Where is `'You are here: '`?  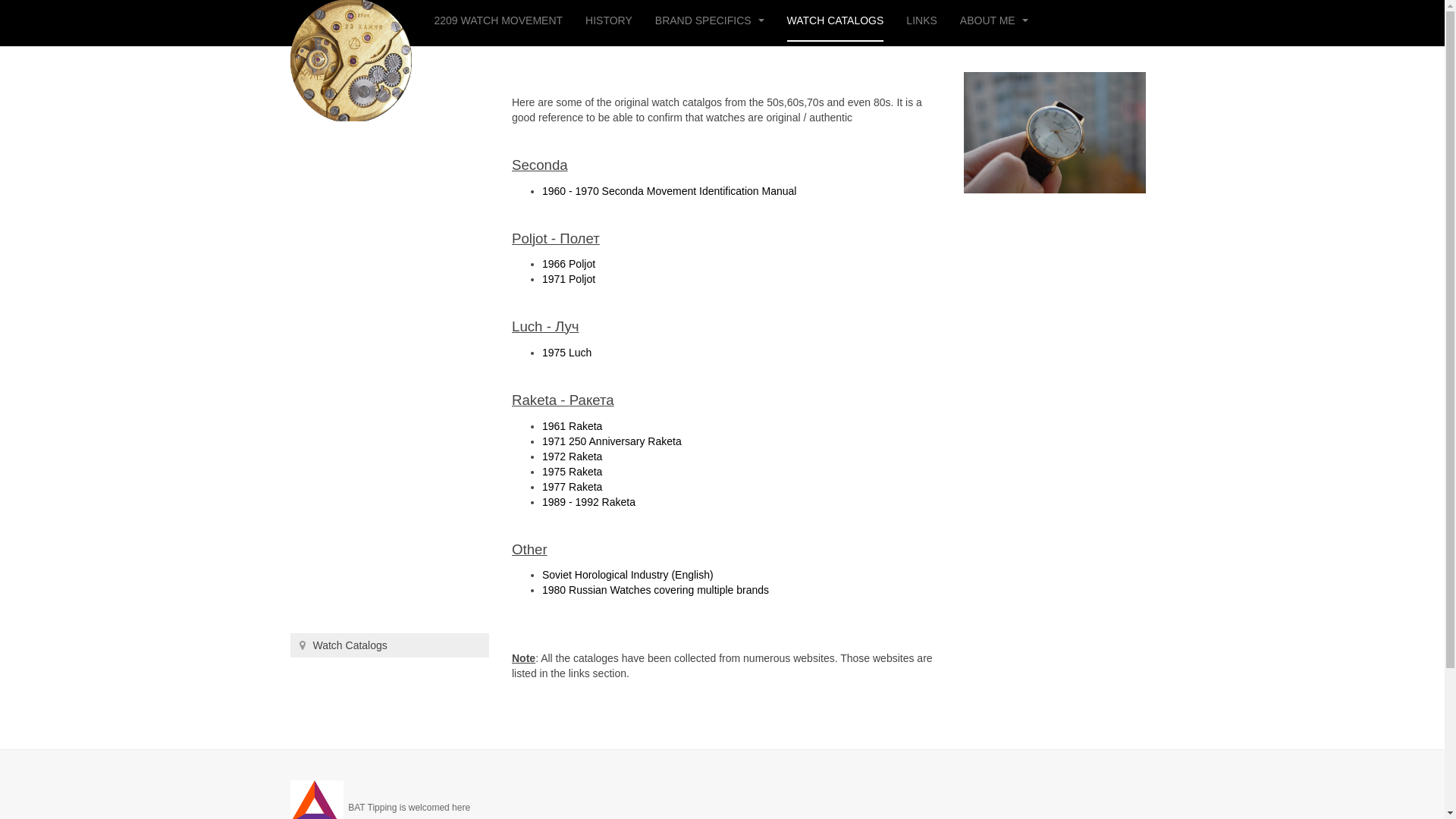
'You are here: ' is located at coordinates (302, 645).